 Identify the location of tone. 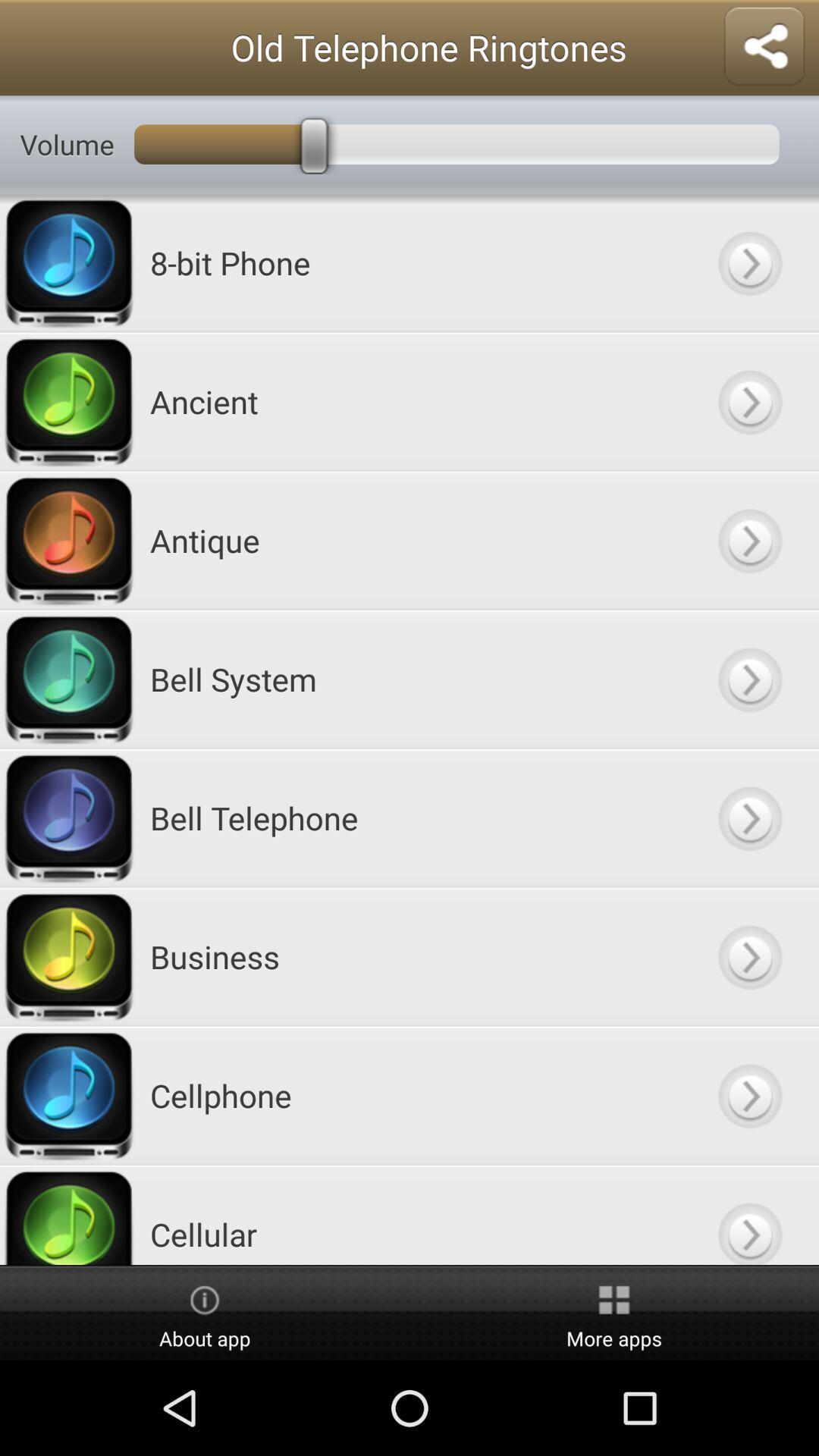
(748, 262).